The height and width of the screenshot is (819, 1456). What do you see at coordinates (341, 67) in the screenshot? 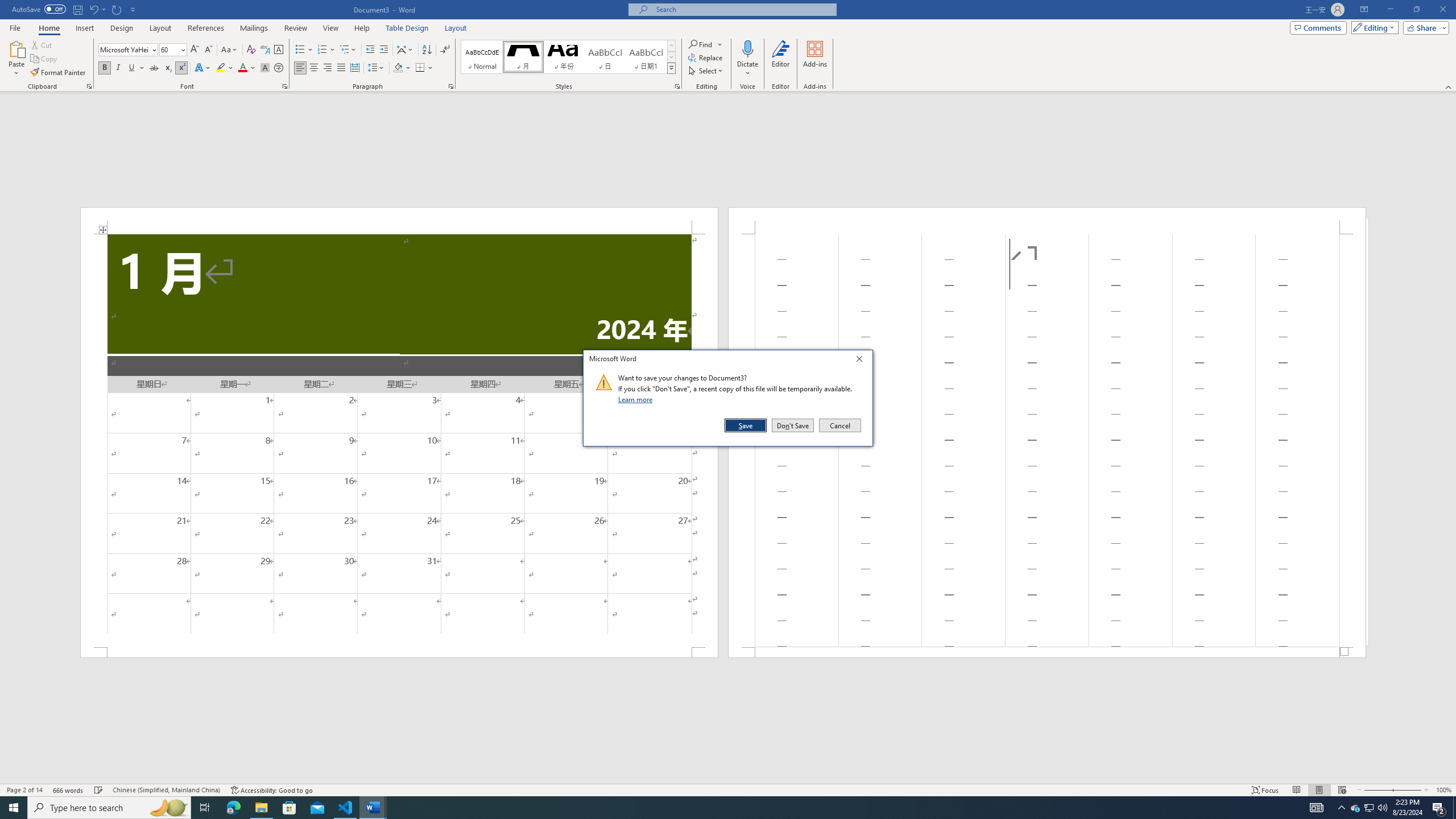
I see `'Justify'` at bounding box center [341, 67].